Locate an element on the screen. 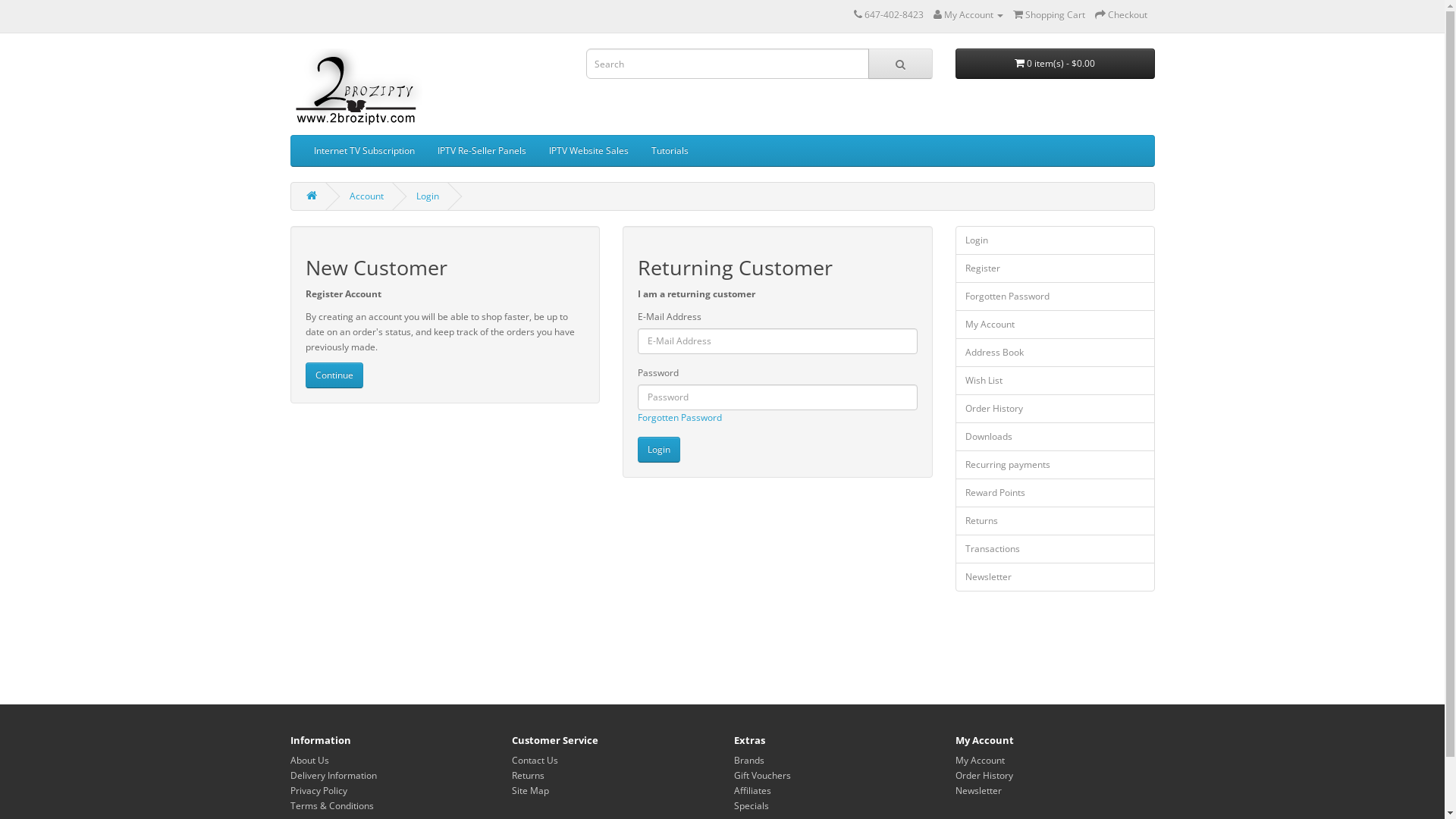  'My Account' is located at coordinates (1054, 324).